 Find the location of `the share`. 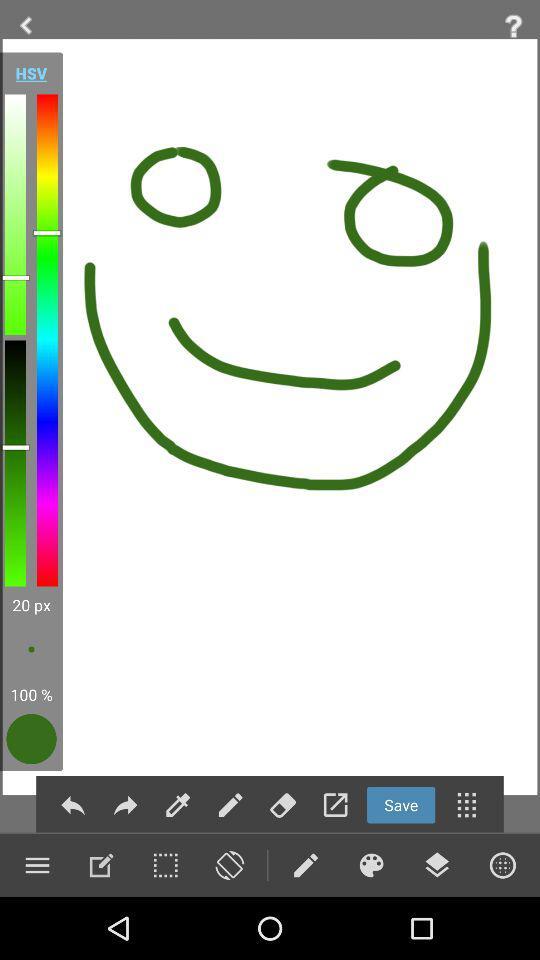

the share is located at coordinates (125, 805).